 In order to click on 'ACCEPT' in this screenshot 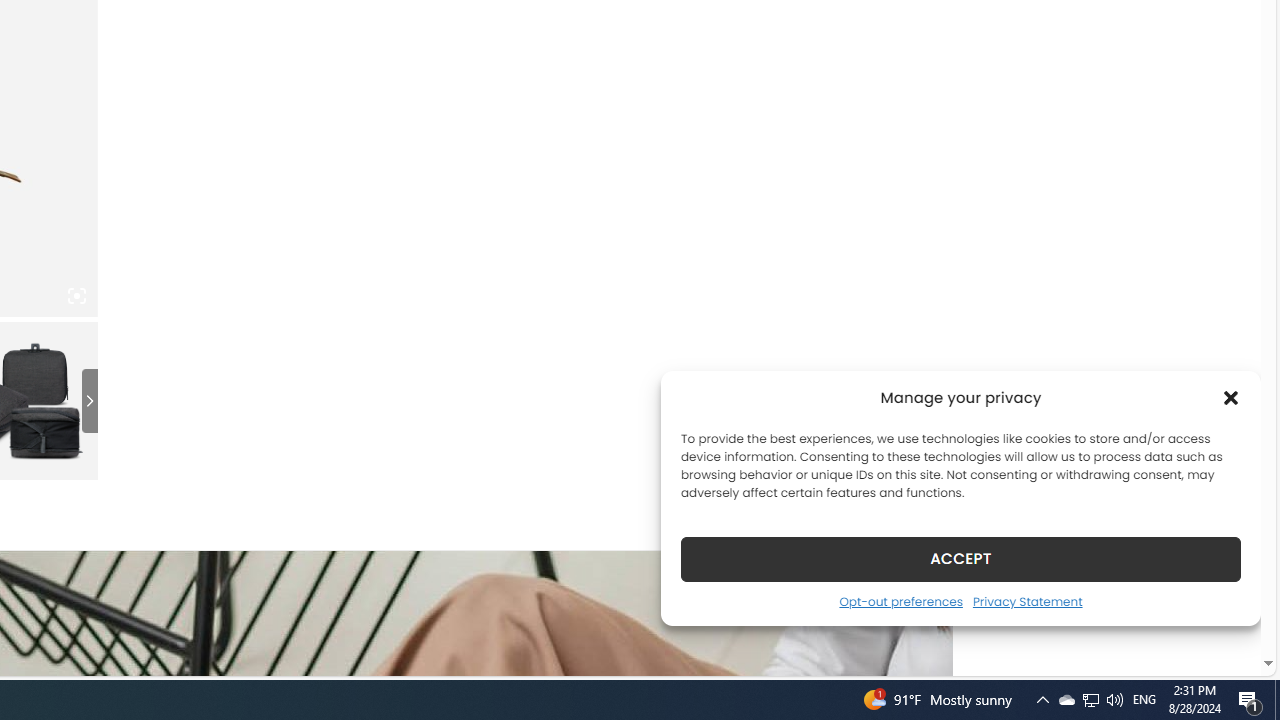, I will do `click(961, 558)`.